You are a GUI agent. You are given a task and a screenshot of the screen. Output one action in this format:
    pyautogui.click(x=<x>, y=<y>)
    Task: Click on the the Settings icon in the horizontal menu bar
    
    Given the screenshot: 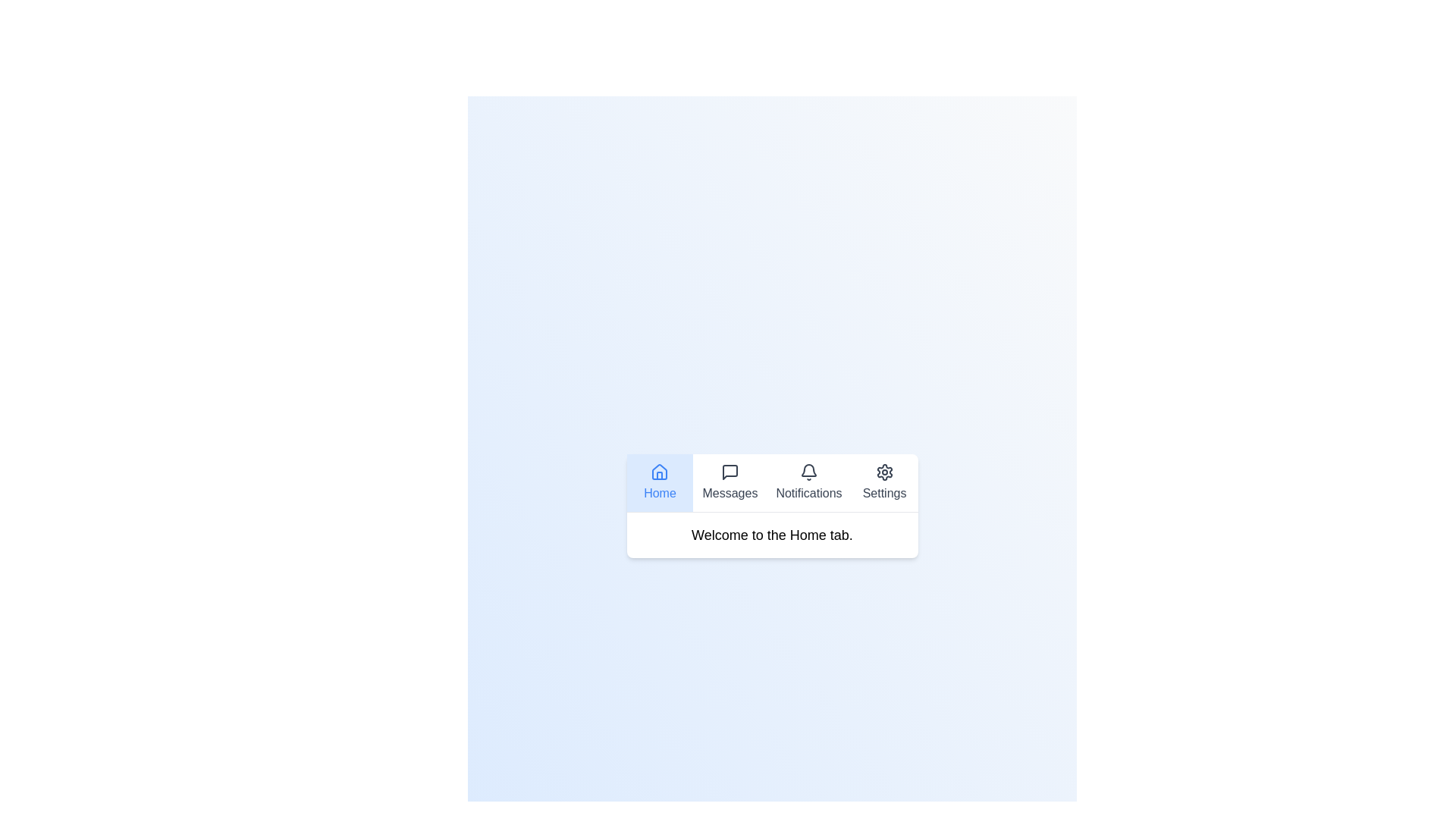 What is the action you would take?
    pyautogui.click(x=884, y=471)
    